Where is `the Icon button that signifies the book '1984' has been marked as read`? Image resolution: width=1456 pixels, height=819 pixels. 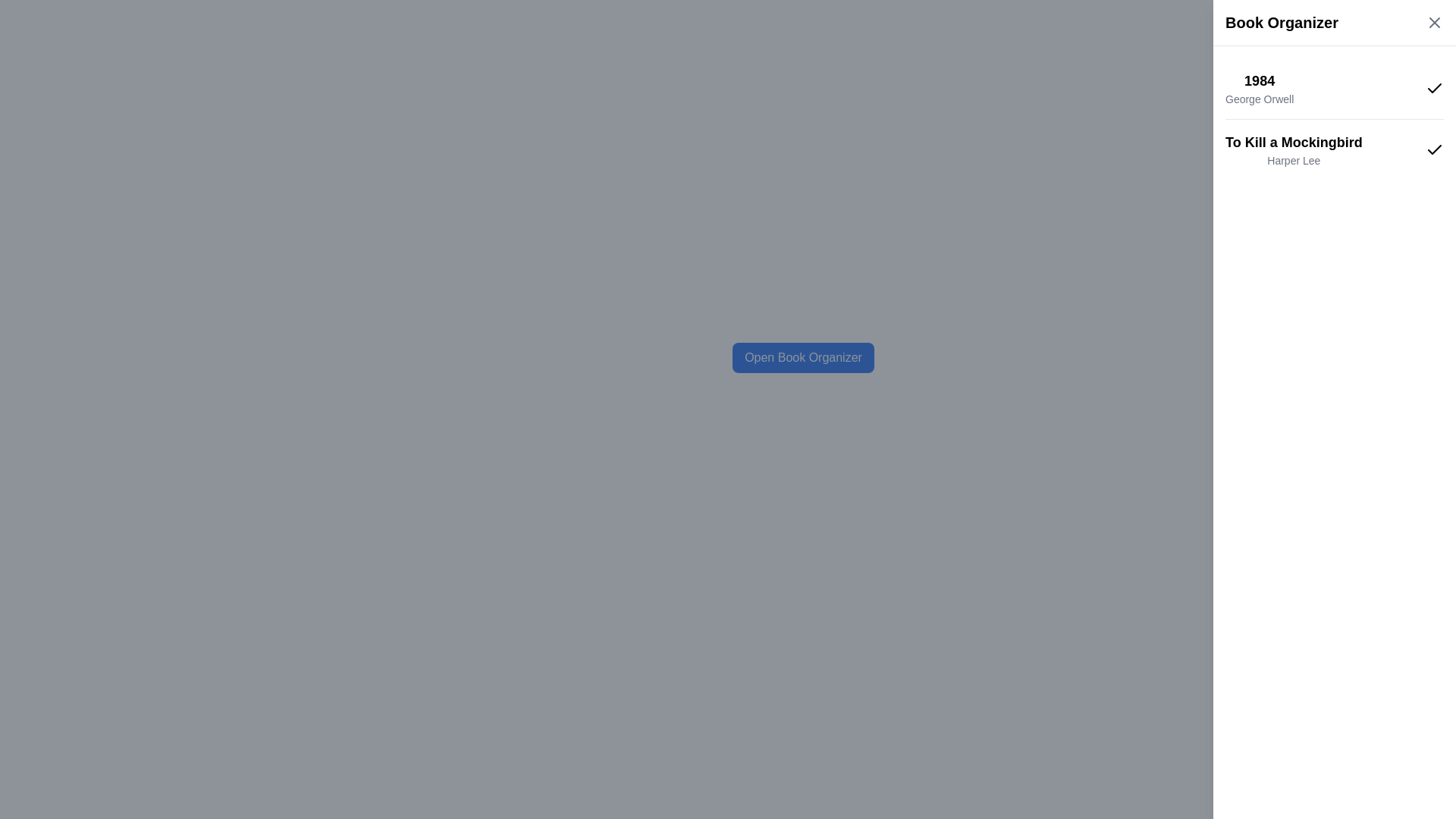
the Icon button that signifies the book '1984' has been marked as read is located at coordinates (1433, 88).